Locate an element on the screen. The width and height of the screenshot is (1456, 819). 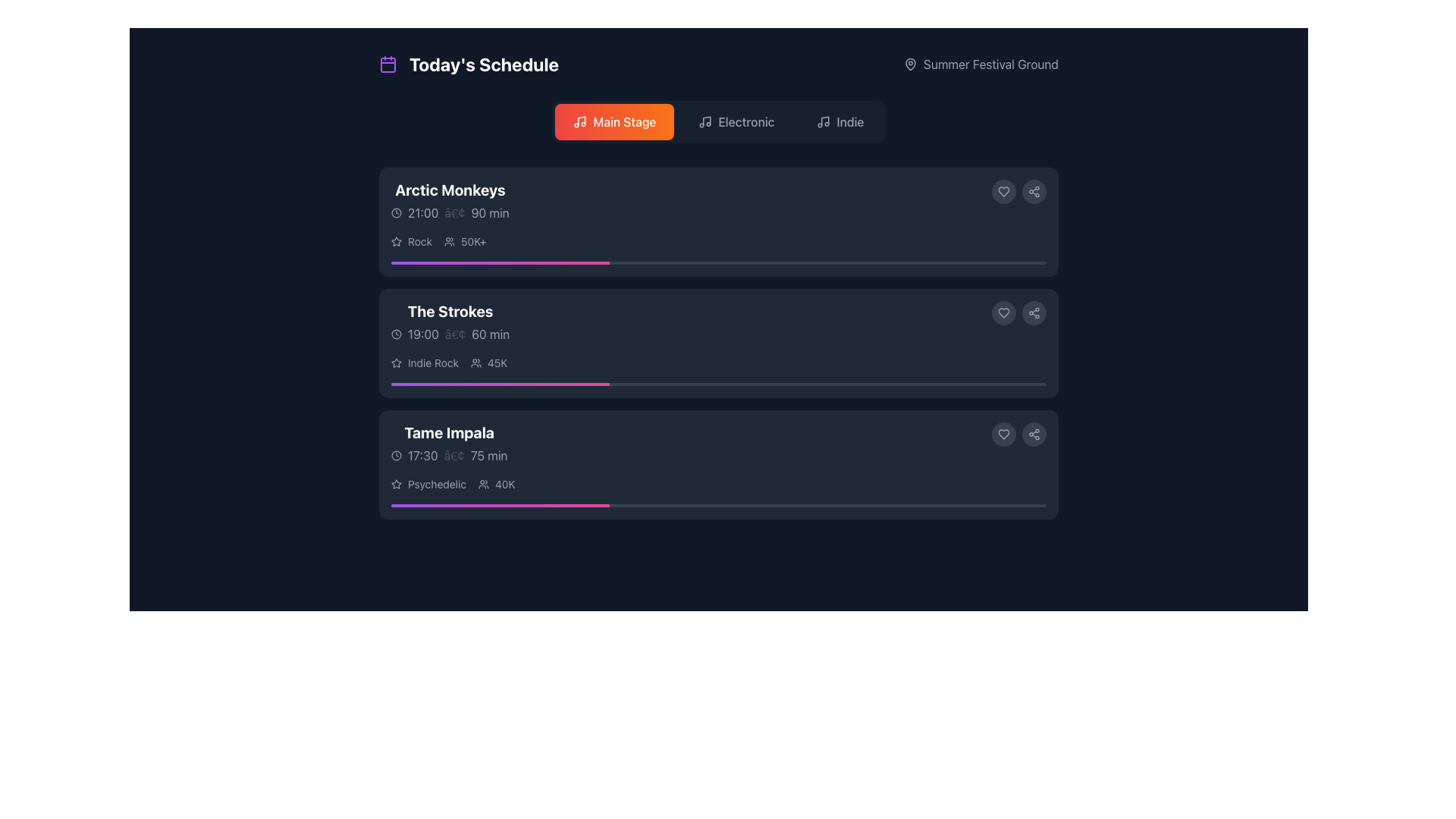
the 'like' button for the 'Tame Impala' schedule item is located at coordinates (1004, 435).